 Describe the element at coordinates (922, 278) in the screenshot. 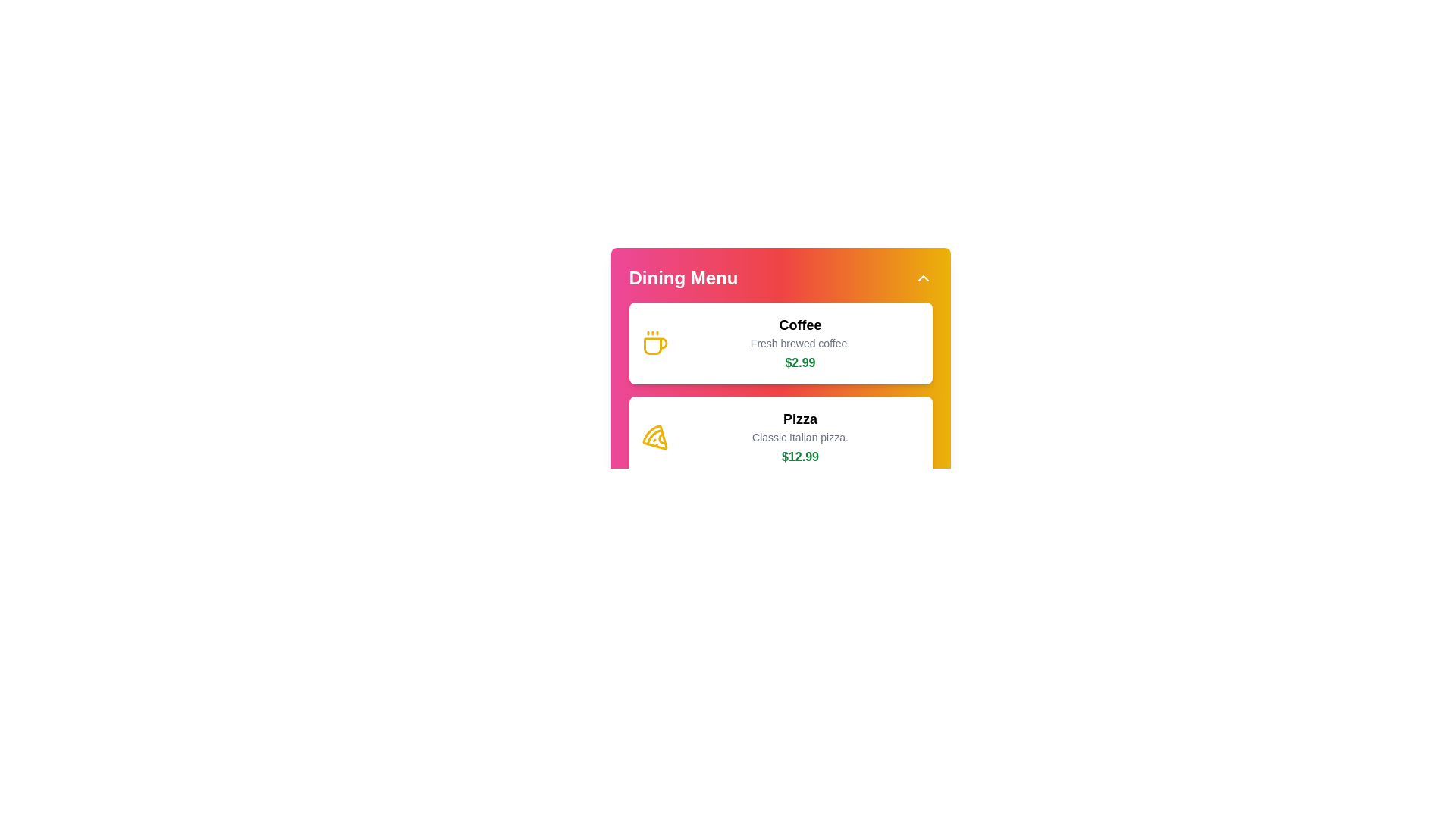

I see `the toggle button to toggle the menu visibility` at that location.